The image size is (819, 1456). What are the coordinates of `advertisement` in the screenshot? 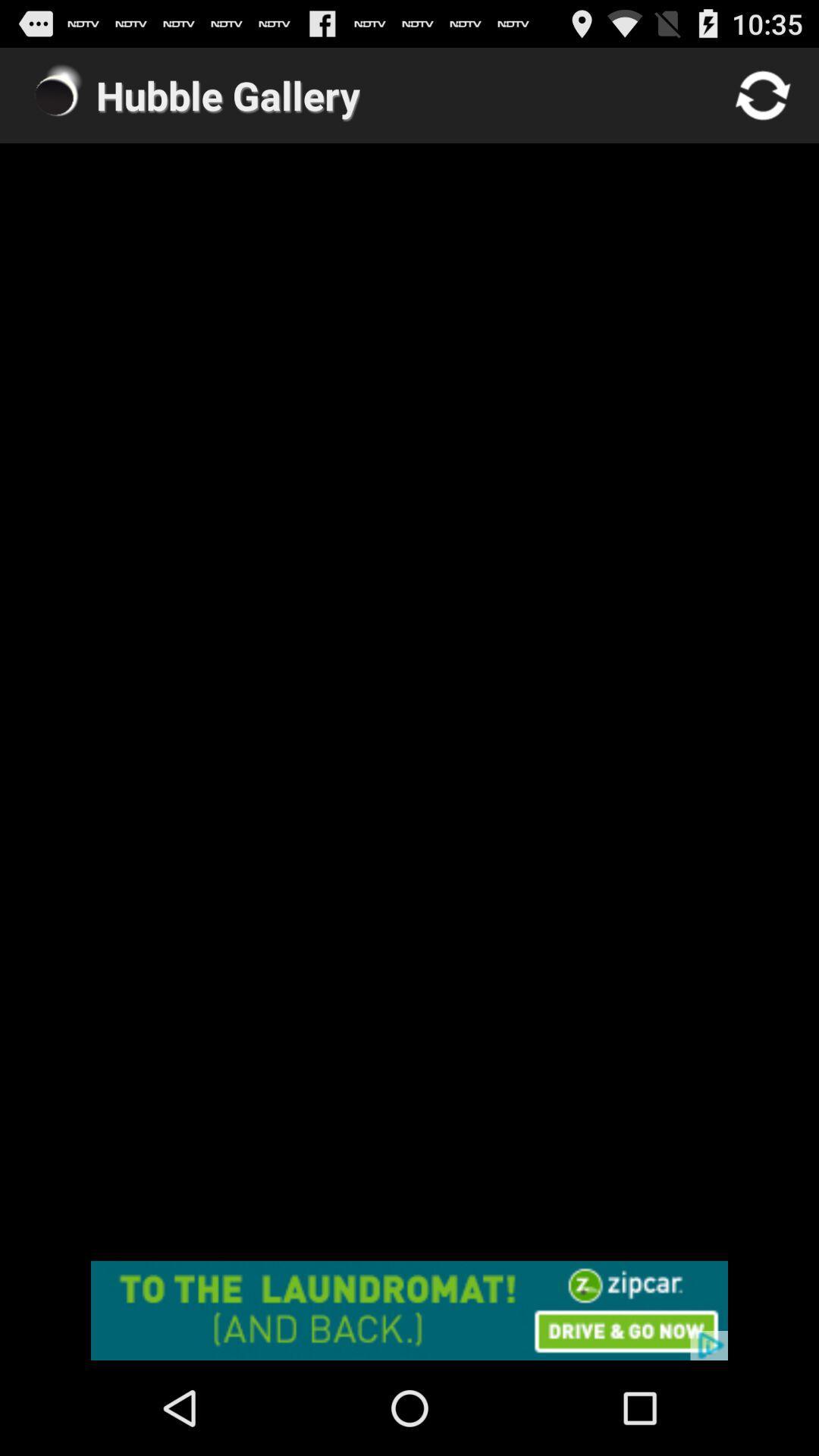 It's located at (409, 1310).